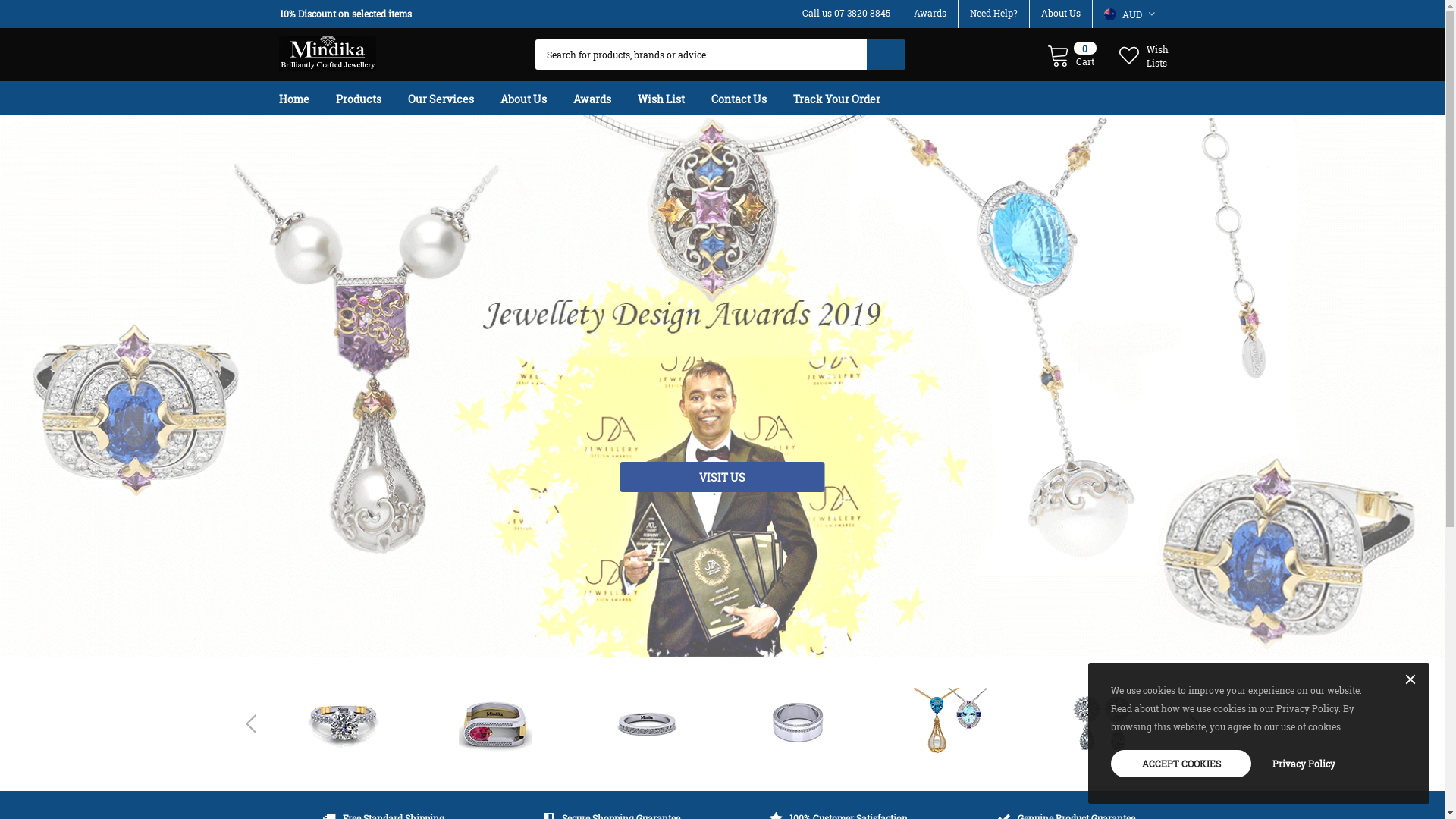 The height and width of the screenshot is (819, 1456). I want to click on 'Products', so click(370, 98).